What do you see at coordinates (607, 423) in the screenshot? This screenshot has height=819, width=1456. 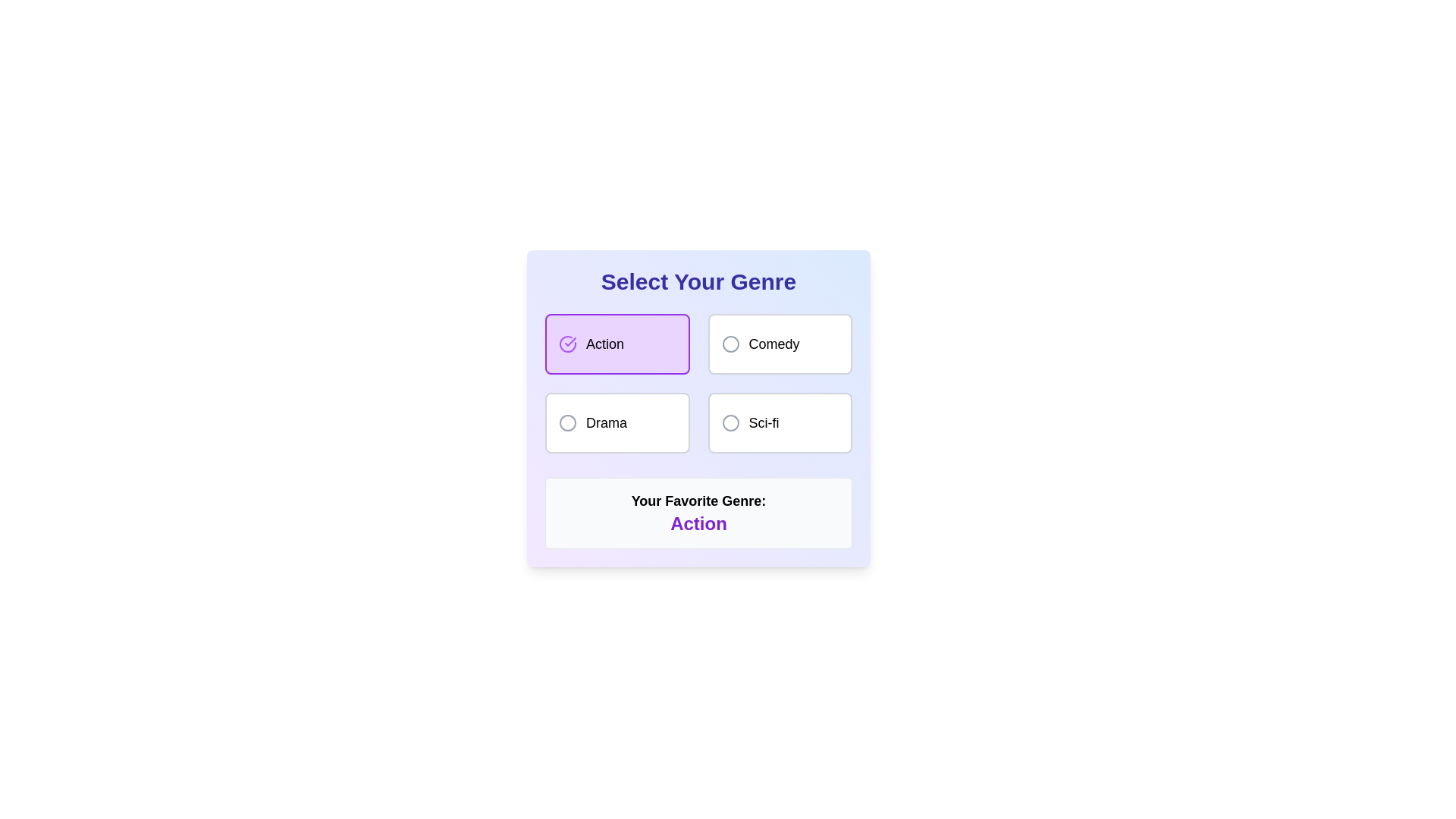 I see `the text label displaying 'Drama' located in the bottom-left card of the genre options grid, adjacent to the circular radio button` at bounding box center [607, 423].